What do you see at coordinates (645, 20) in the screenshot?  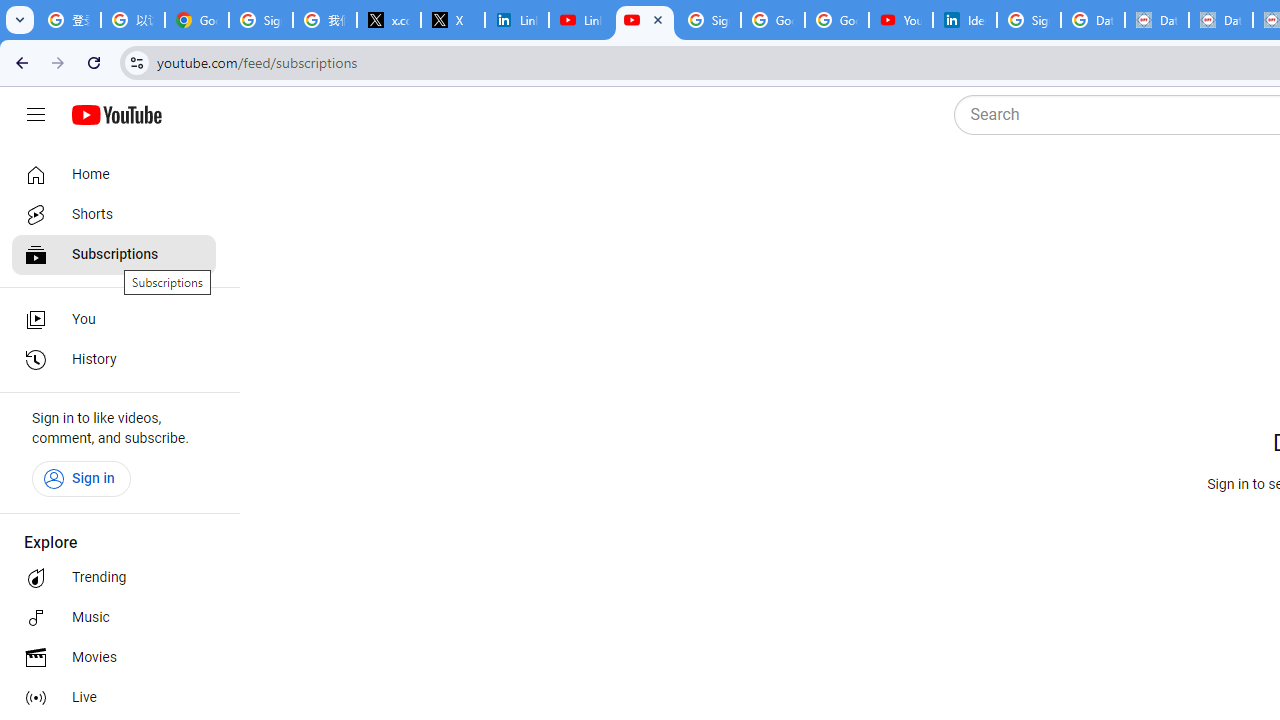 I see `'Subscriptions - YouTube'` at bounding box center [645, 20].